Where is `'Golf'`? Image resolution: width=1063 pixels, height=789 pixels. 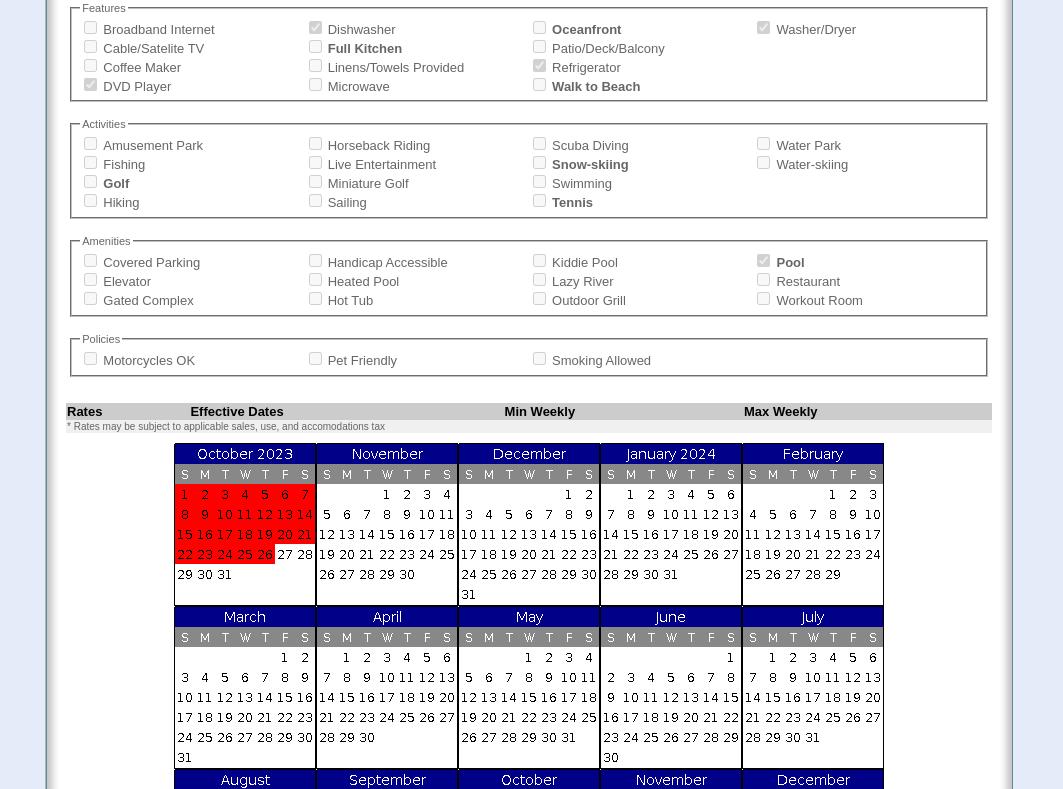
'Golf' is located at coordinates (115, 182).